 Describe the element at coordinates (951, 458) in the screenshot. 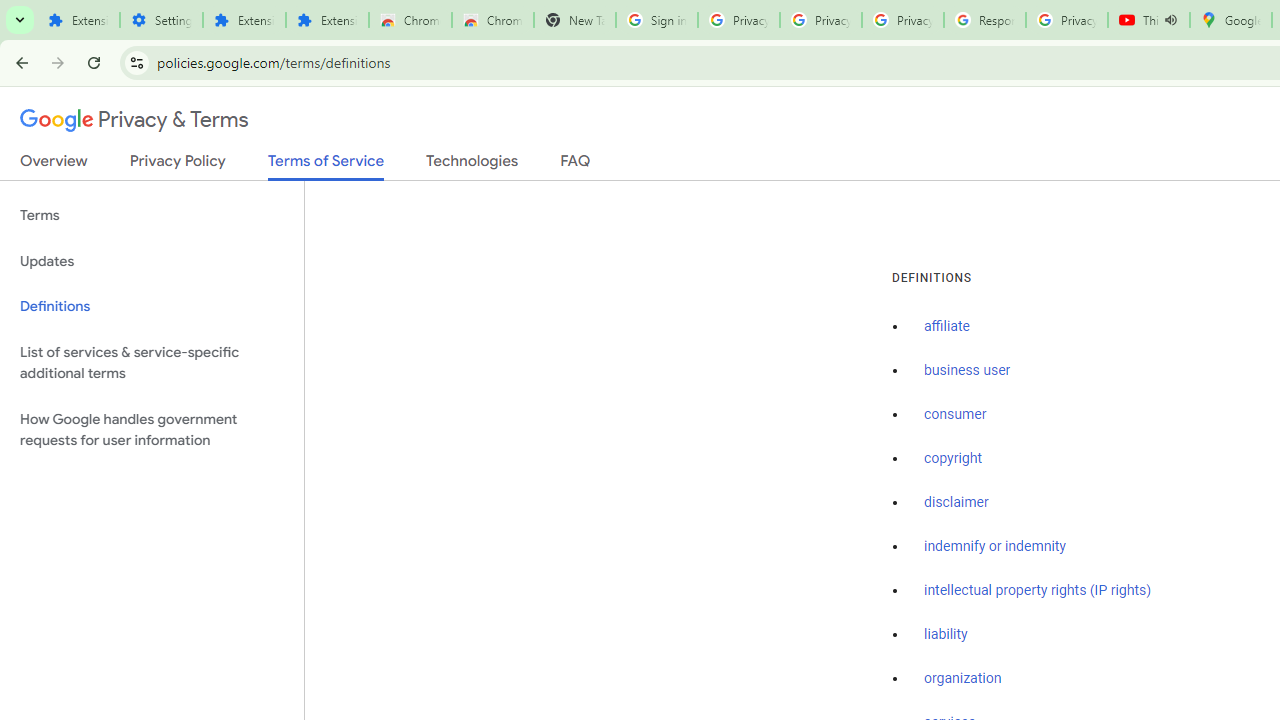

I see `'copyright'` at that location.